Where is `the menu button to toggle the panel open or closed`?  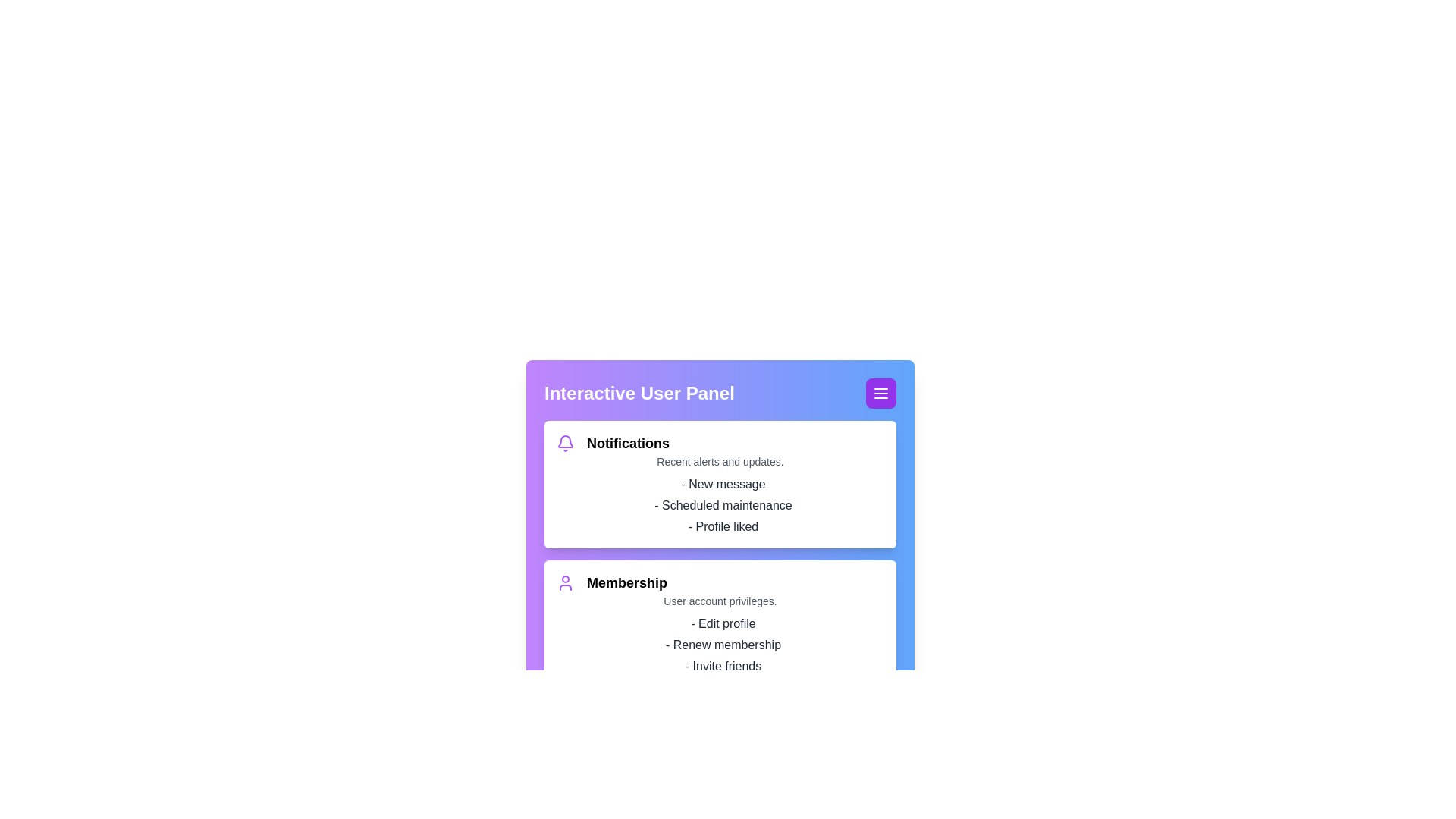 the menu button to toggle the panel open or closed is located at coordinates (880, 393).